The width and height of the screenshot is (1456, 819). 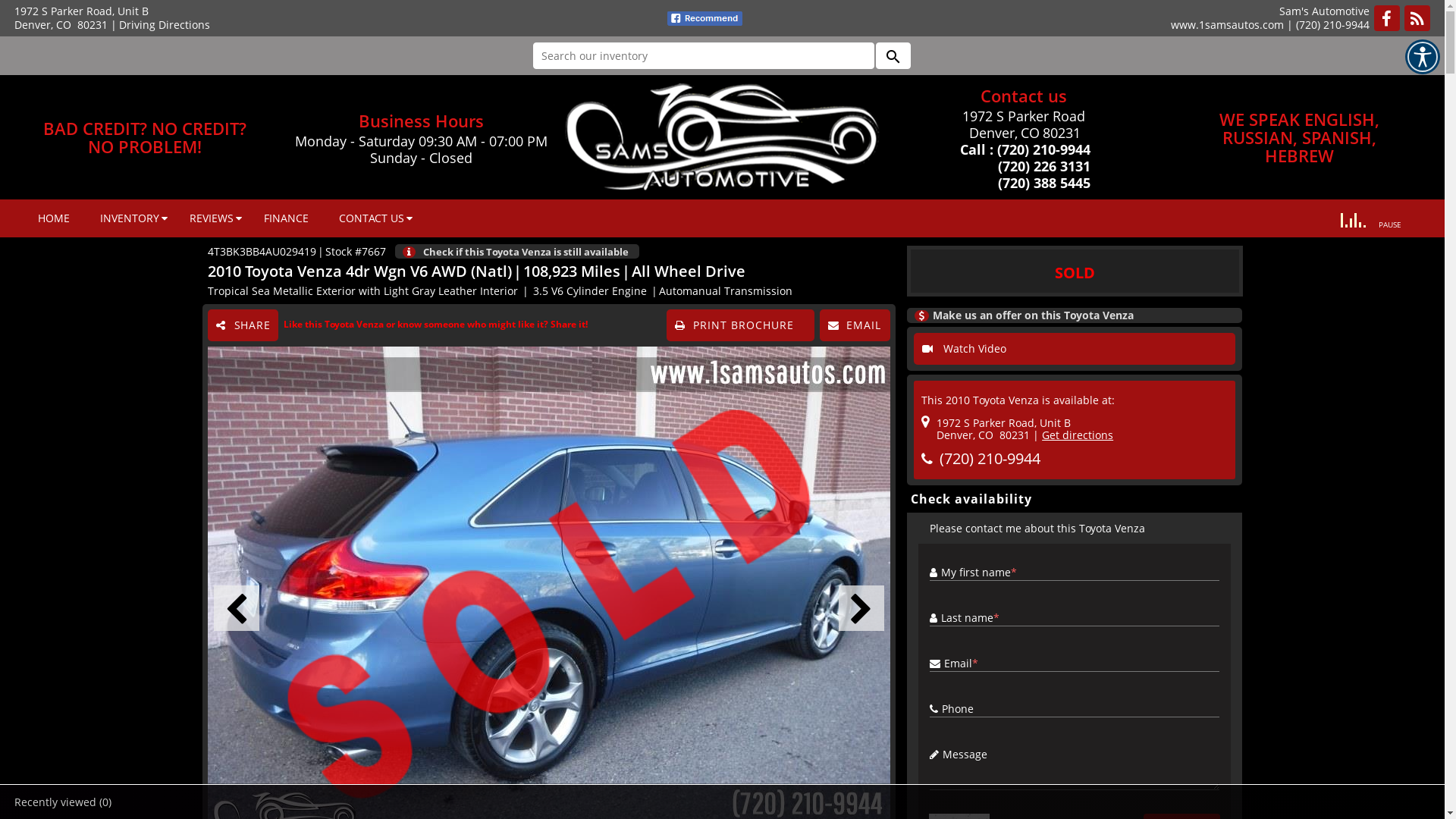 What do you see at coordinates (701, 55) in the screenshot?
I see `'Search our inventory'` at bounding box center [701, 55].